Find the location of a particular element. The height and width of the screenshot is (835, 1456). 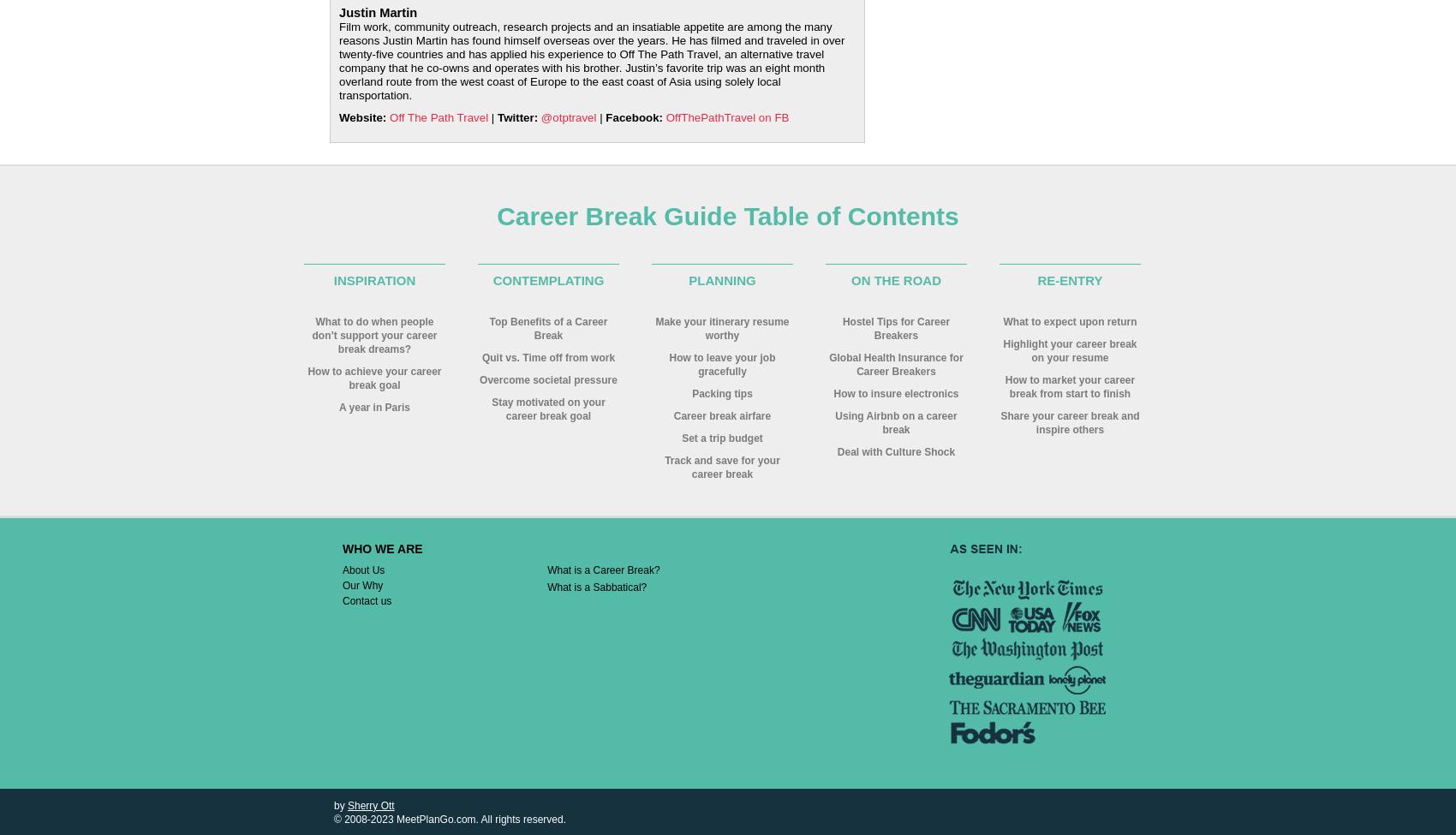

'Sherry Ott' is located at coordinates (370, 804).